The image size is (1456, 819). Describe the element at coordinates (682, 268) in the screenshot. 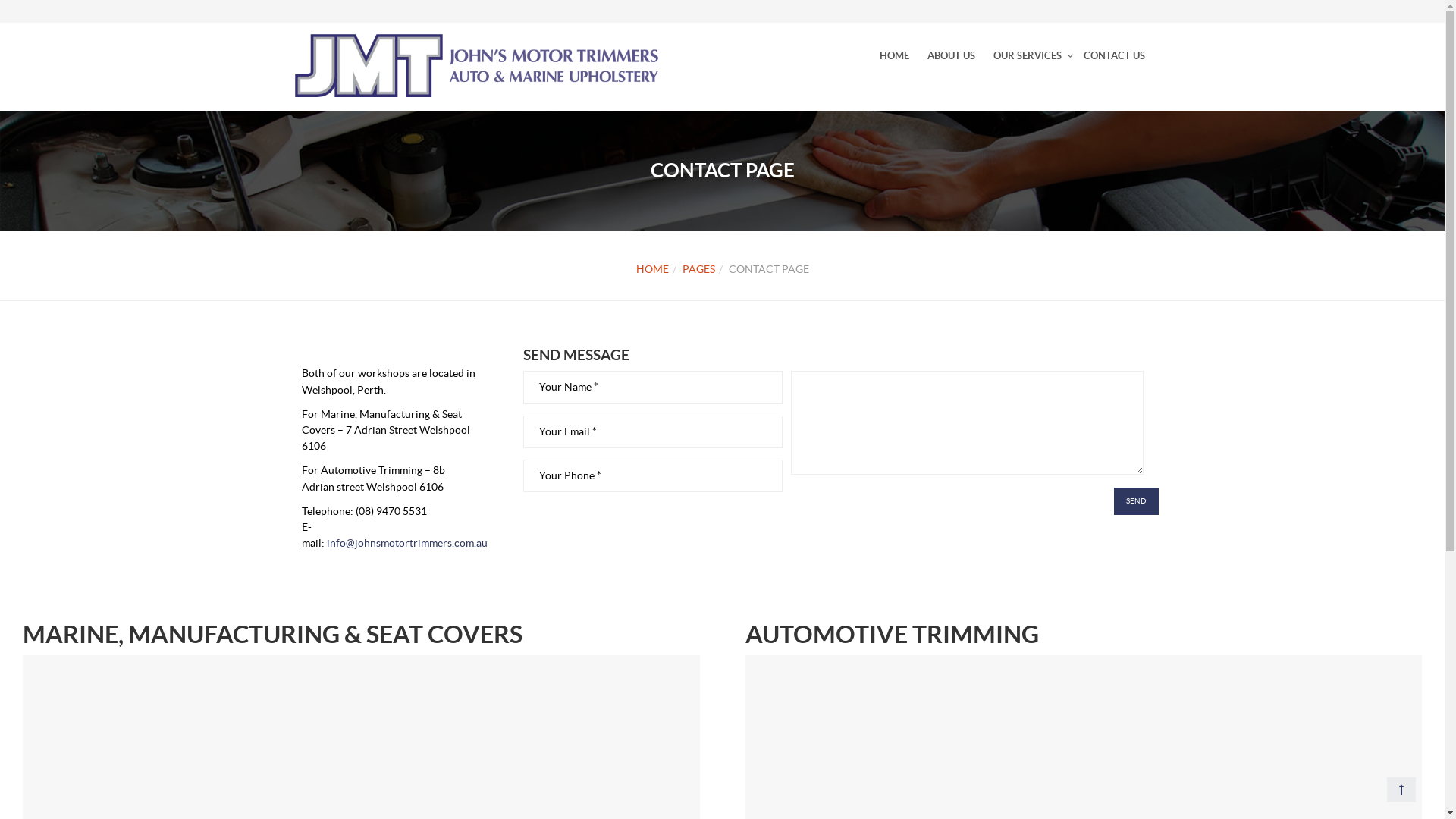

I see `'PAGES'` at that location.